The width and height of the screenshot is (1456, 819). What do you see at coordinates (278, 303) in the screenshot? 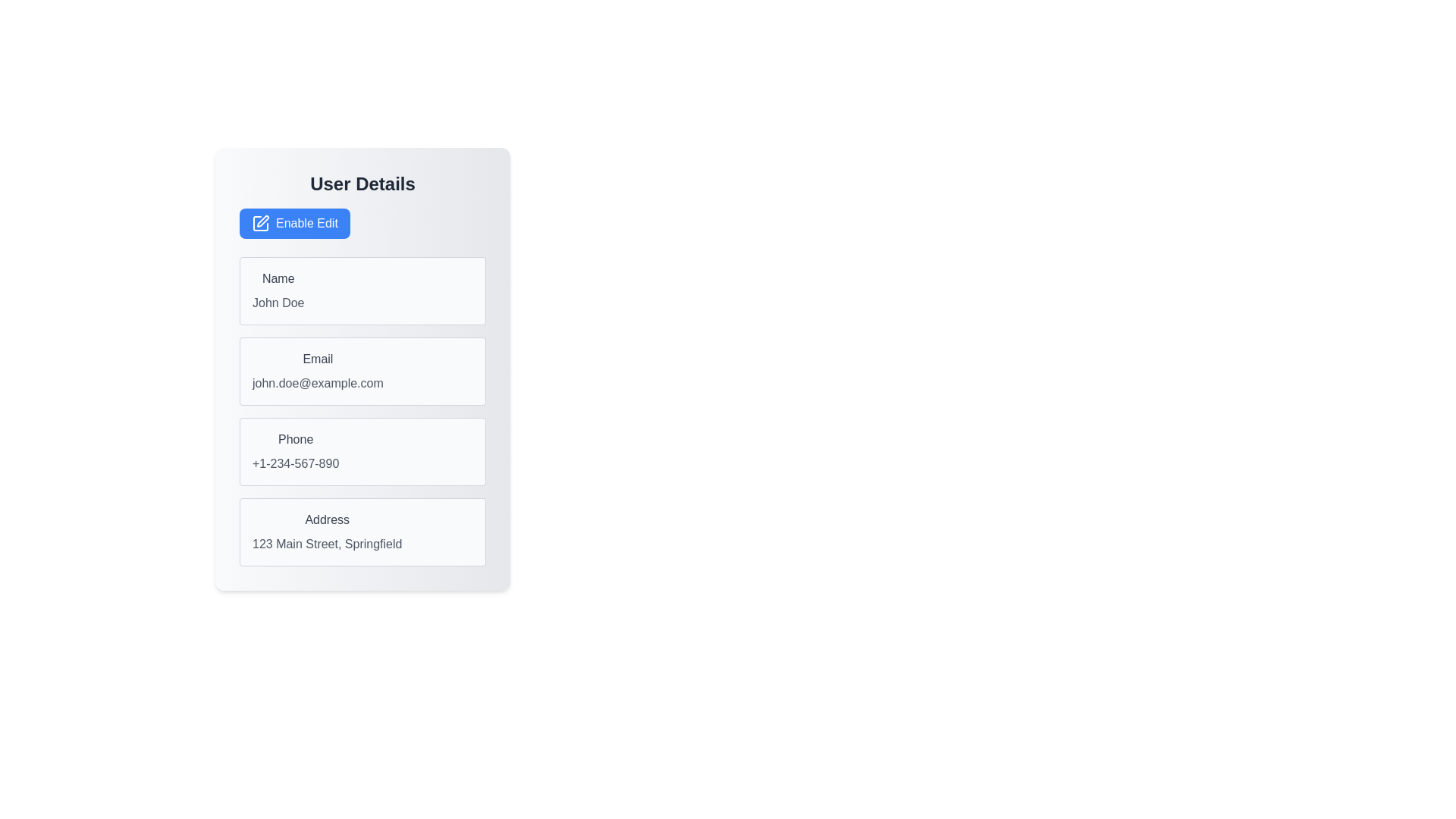
I see `the static text element displaying a person's name, located under the 'Name' label in the top-left portion of the layout` at bounding box center [278, 303].